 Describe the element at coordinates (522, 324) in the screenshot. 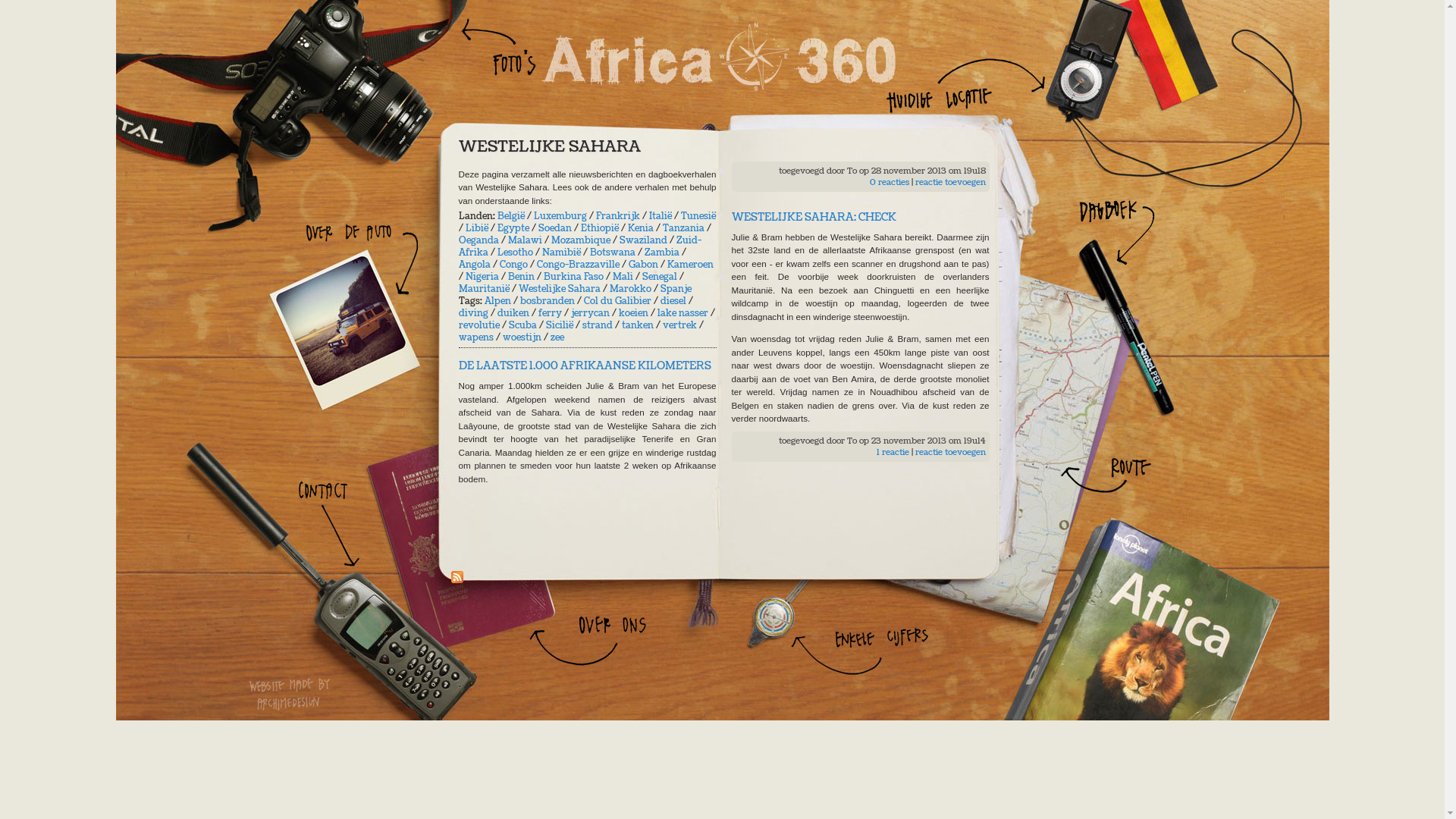

I see `'Scuba'` at that location.